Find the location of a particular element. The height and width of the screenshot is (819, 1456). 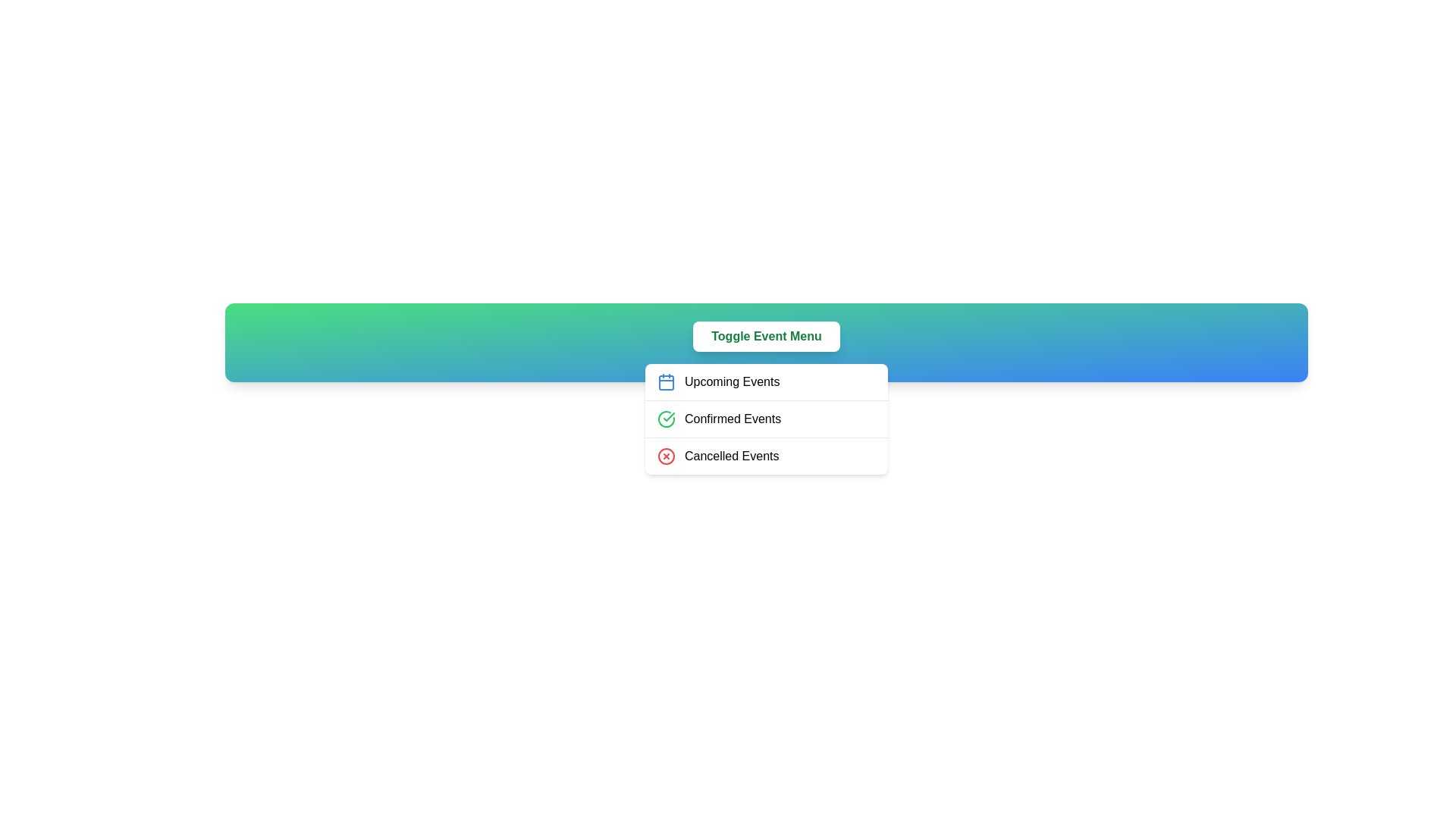

the 'Upcoming Events' option in the menu is located at coordinates (767, 381).